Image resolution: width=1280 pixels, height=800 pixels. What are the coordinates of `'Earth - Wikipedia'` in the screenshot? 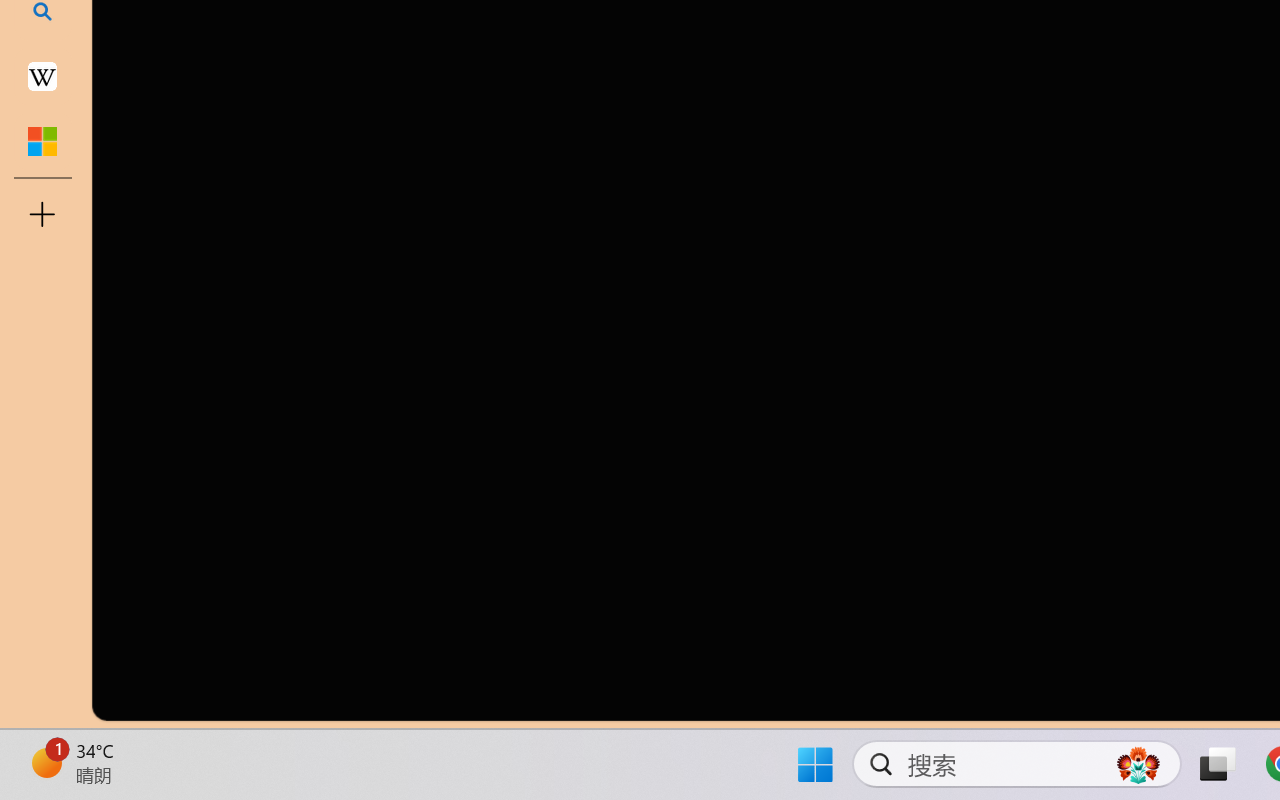 It's located at (42, 76).